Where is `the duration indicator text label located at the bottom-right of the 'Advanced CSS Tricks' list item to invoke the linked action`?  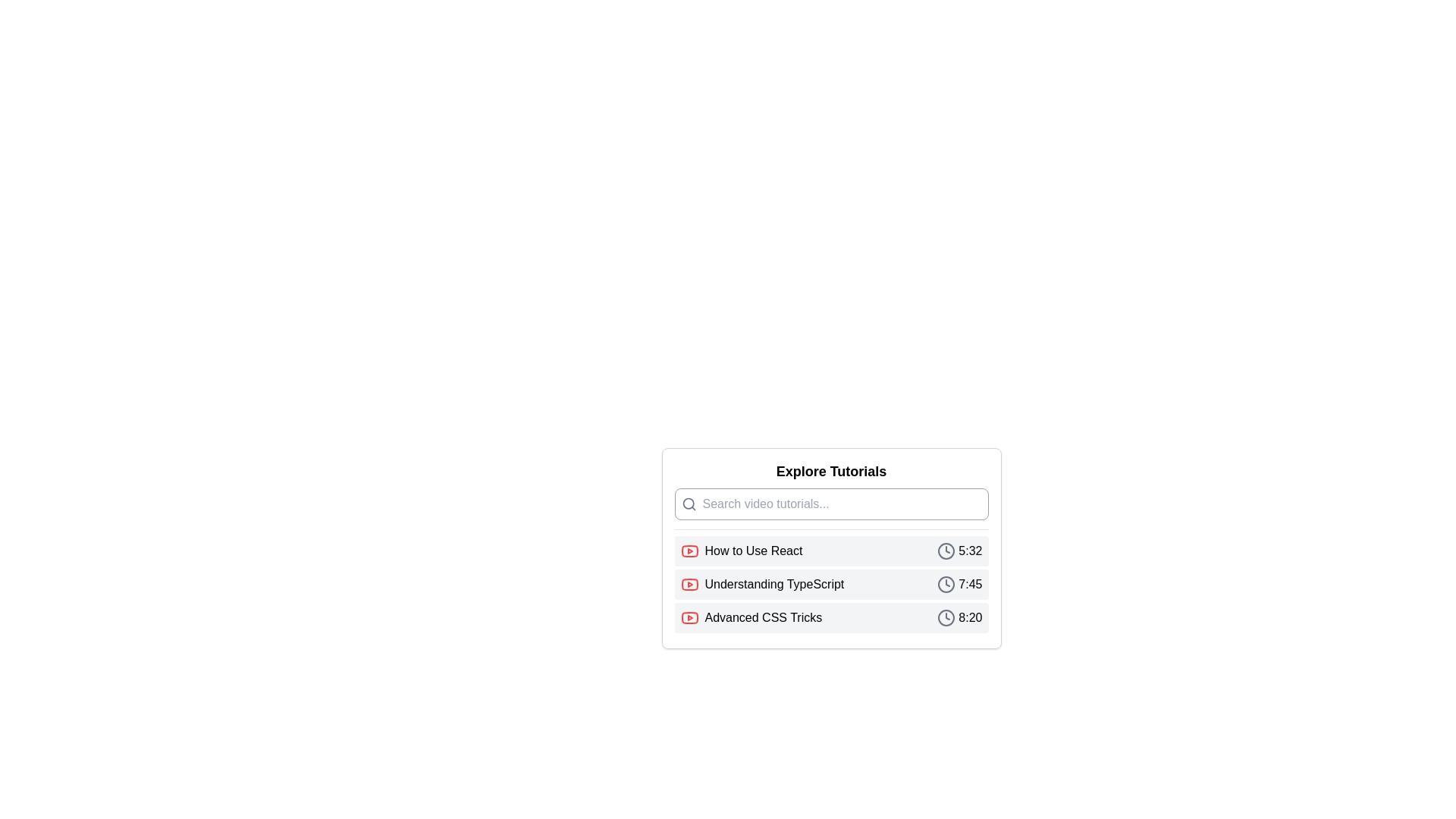 the duration indicator text label located at the bottom-right of the 'Advanced CSS Tricks' list item to invoke the linked action is located at coordinates (969, 617).